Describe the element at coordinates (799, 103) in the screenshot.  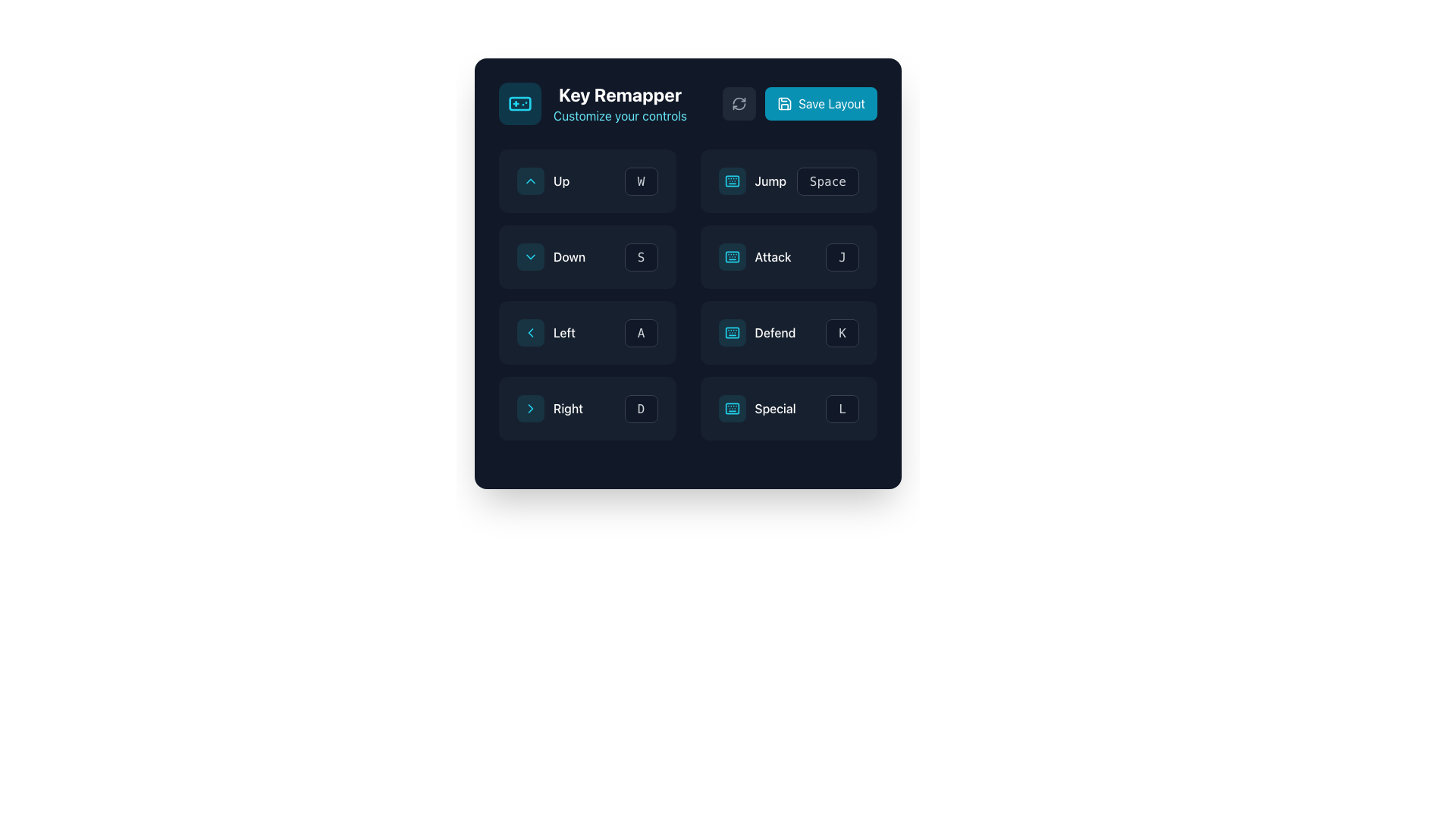
I see `the 'Save Layout' button using keyboard navigation, which is styled with a cyan background and white text, located in the top-right section of the interface` at that location.